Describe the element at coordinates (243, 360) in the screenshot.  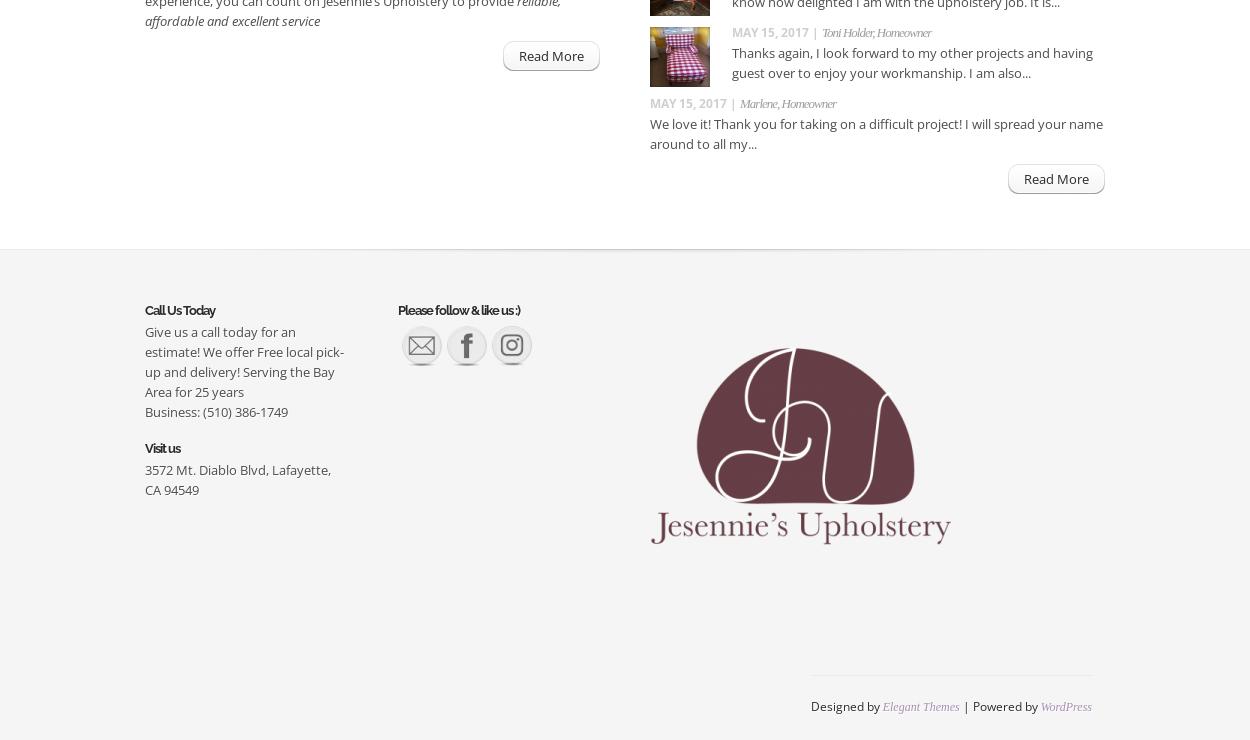
I see `'Give us a call today for an estimate!
We offer Free local pick-up and delivery!
Serving the Bay Area for 25 years'` at that location.